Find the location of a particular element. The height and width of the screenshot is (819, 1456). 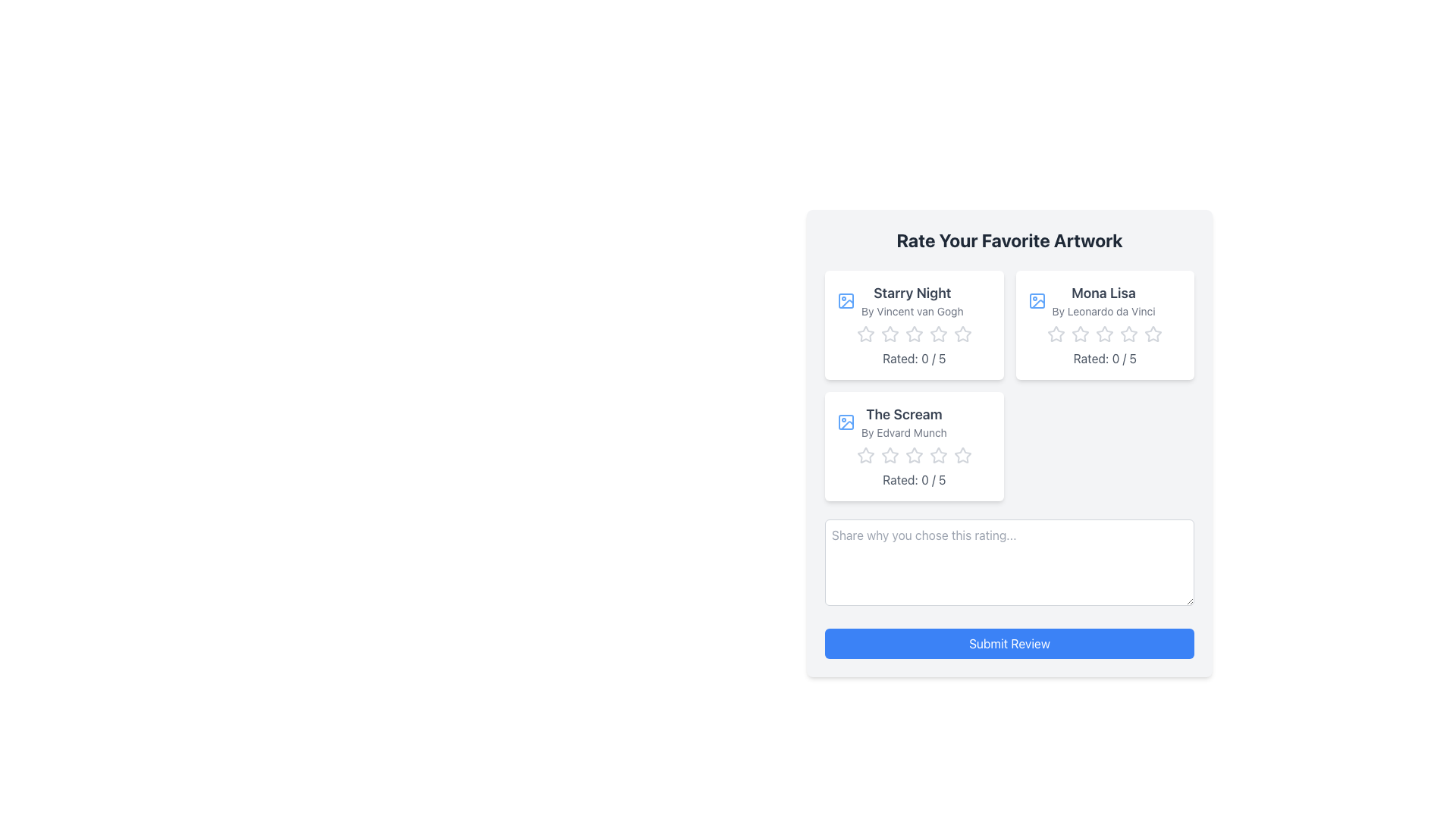

the first star icon with a light gray outline in the rating section under 'The Scream' artwork to give a rating is located at coordinates (890, 454).